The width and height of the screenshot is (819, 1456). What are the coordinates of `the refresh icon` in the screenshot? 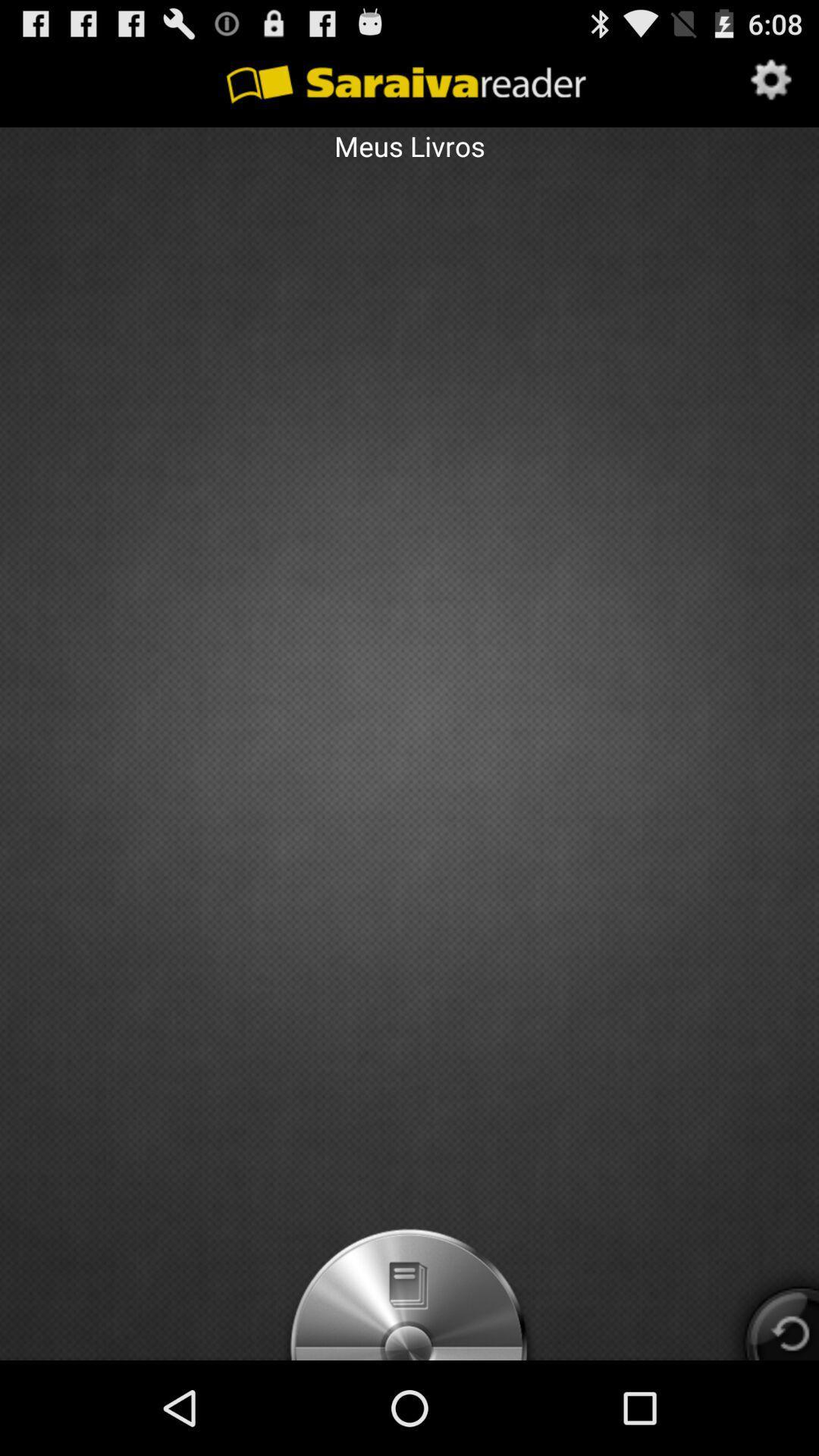 It's located at (767, 1401).